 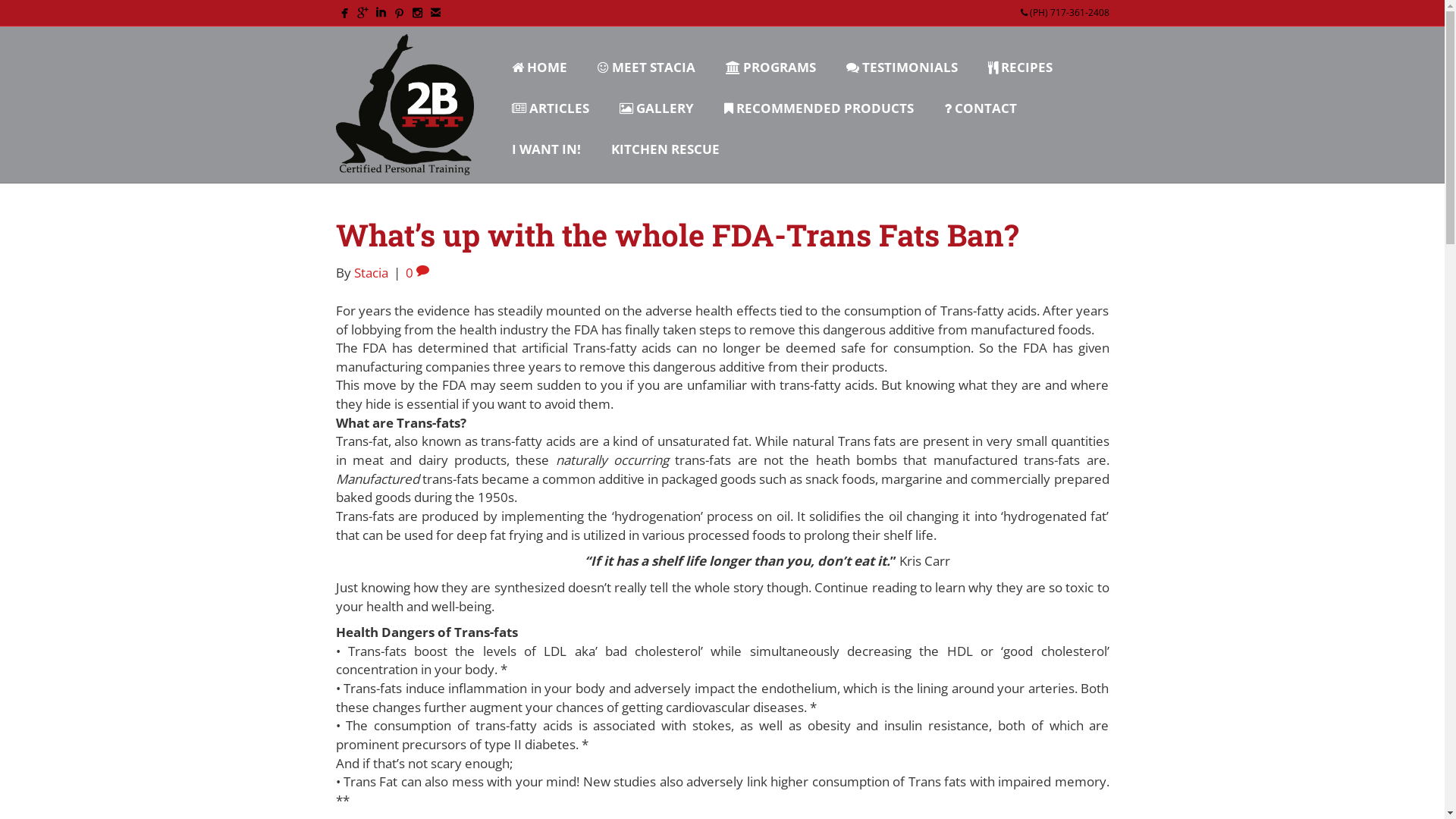 What do you see at coordinates (416, 271) in the screenshot?
I see `'0'` at bounding box center [416, 271].